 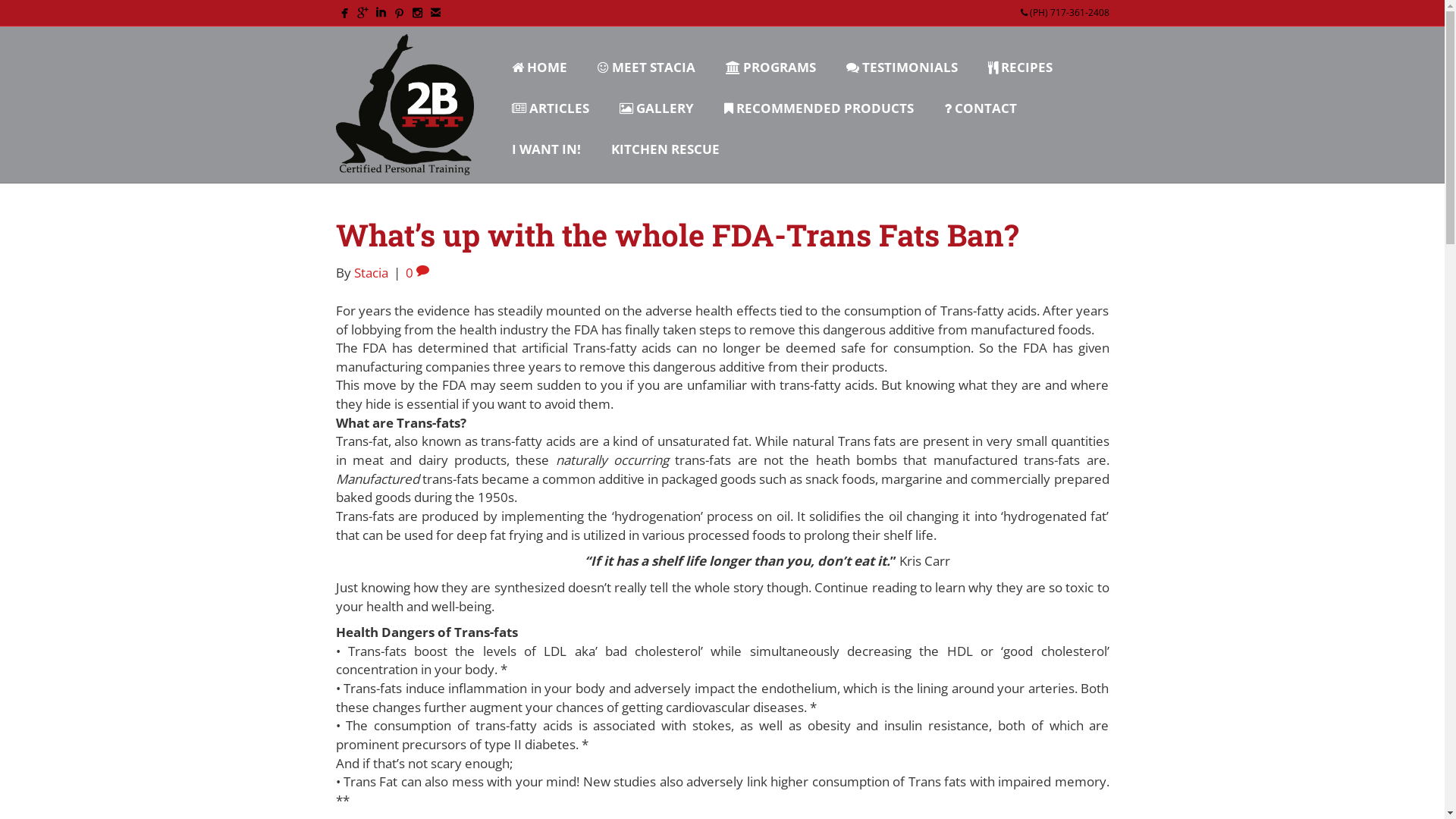 What do you see at coordinates (416, 271) in the screenshot?
I see `'0'` at bounding box center [416, 271].